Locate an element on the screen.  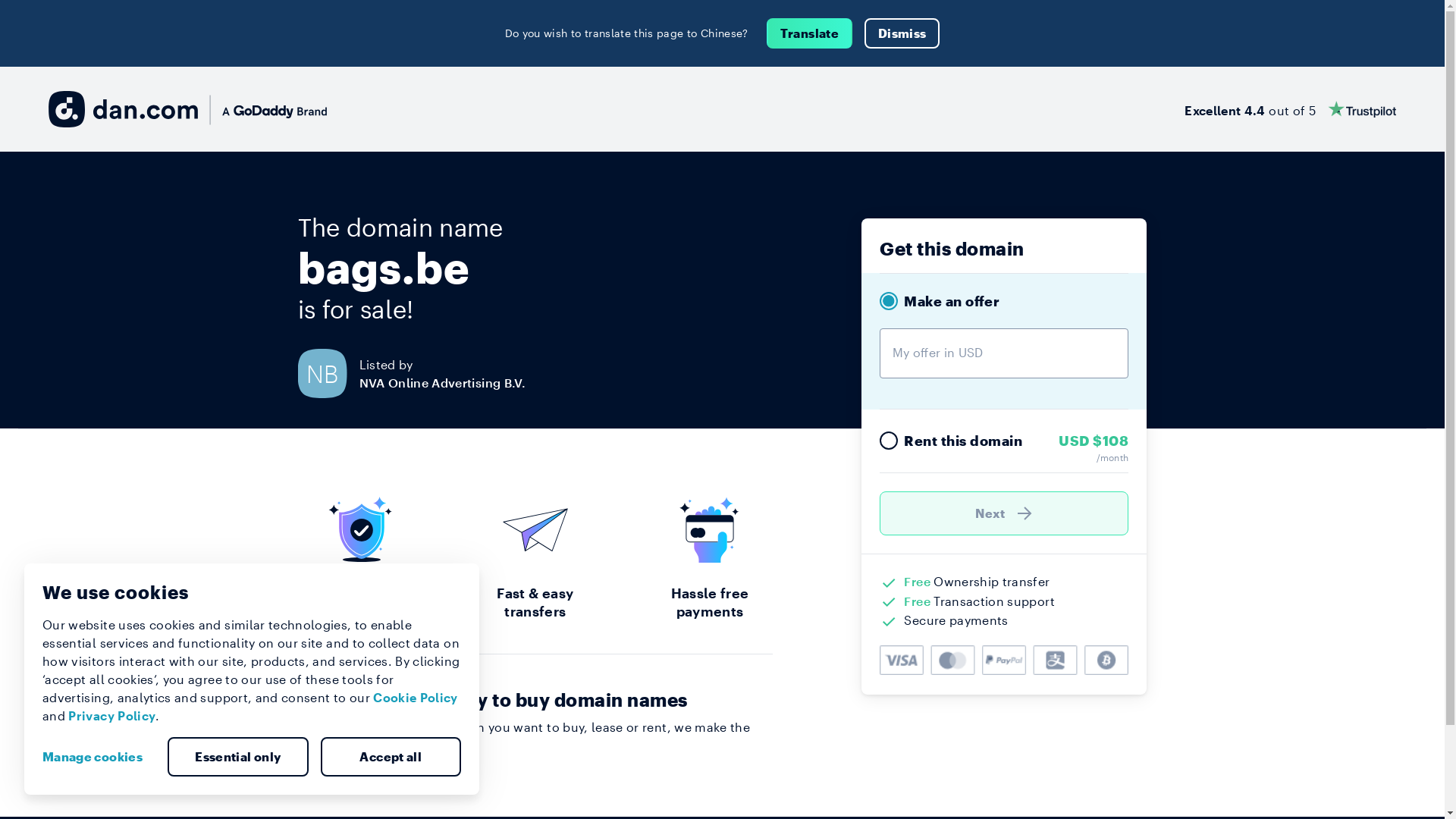
'Essential only' is located at coordinates (237, 757).